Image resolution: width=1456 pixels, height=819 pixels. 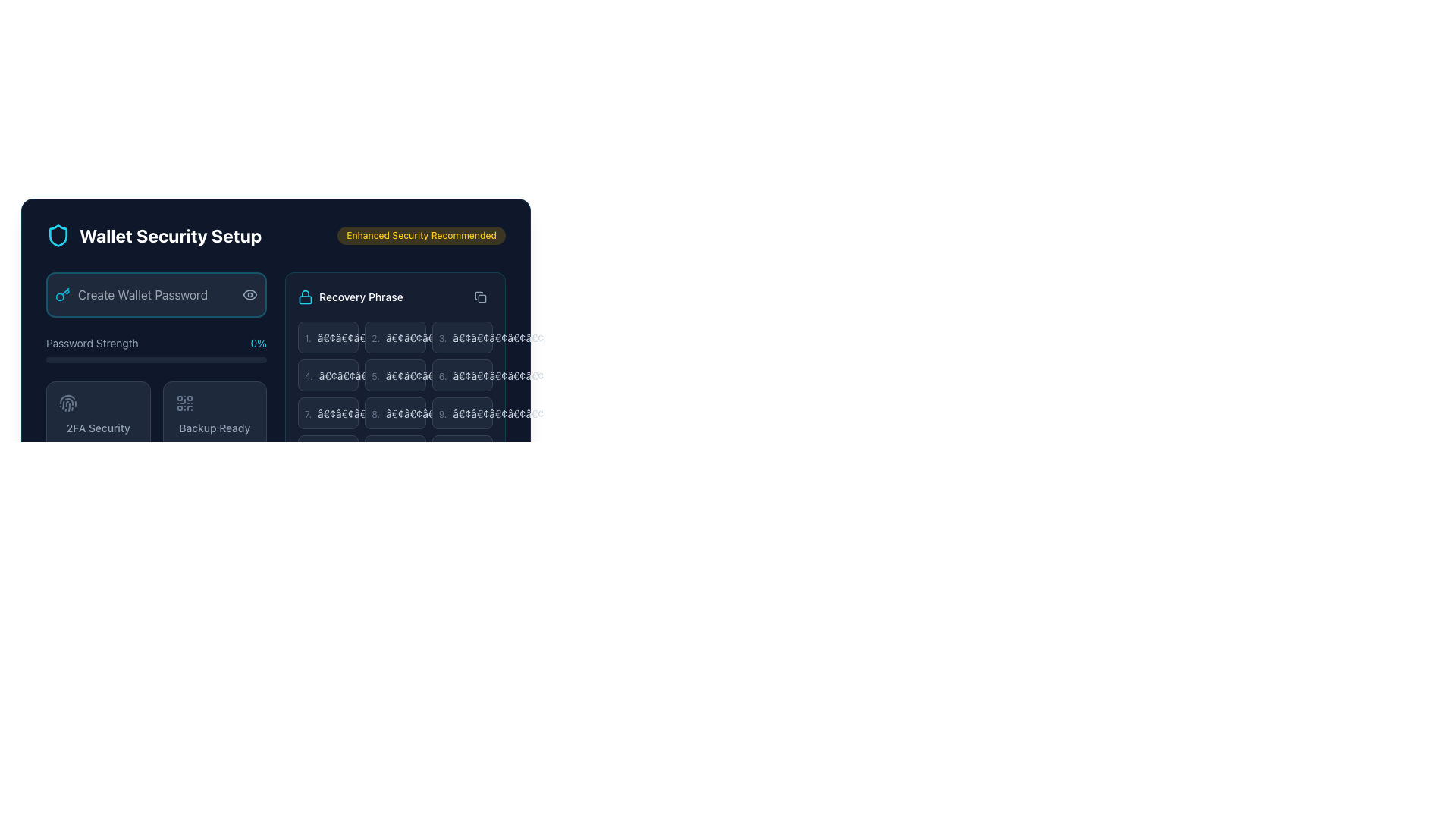 I want to click on the Password strength indicator, which displays 'Password Strength' and a '0%' percentage with an empty progress bar, located within the 'Wallet Security Setup' layout beneath the 'Create Wallet Password' section, so click(x=156, y=350).